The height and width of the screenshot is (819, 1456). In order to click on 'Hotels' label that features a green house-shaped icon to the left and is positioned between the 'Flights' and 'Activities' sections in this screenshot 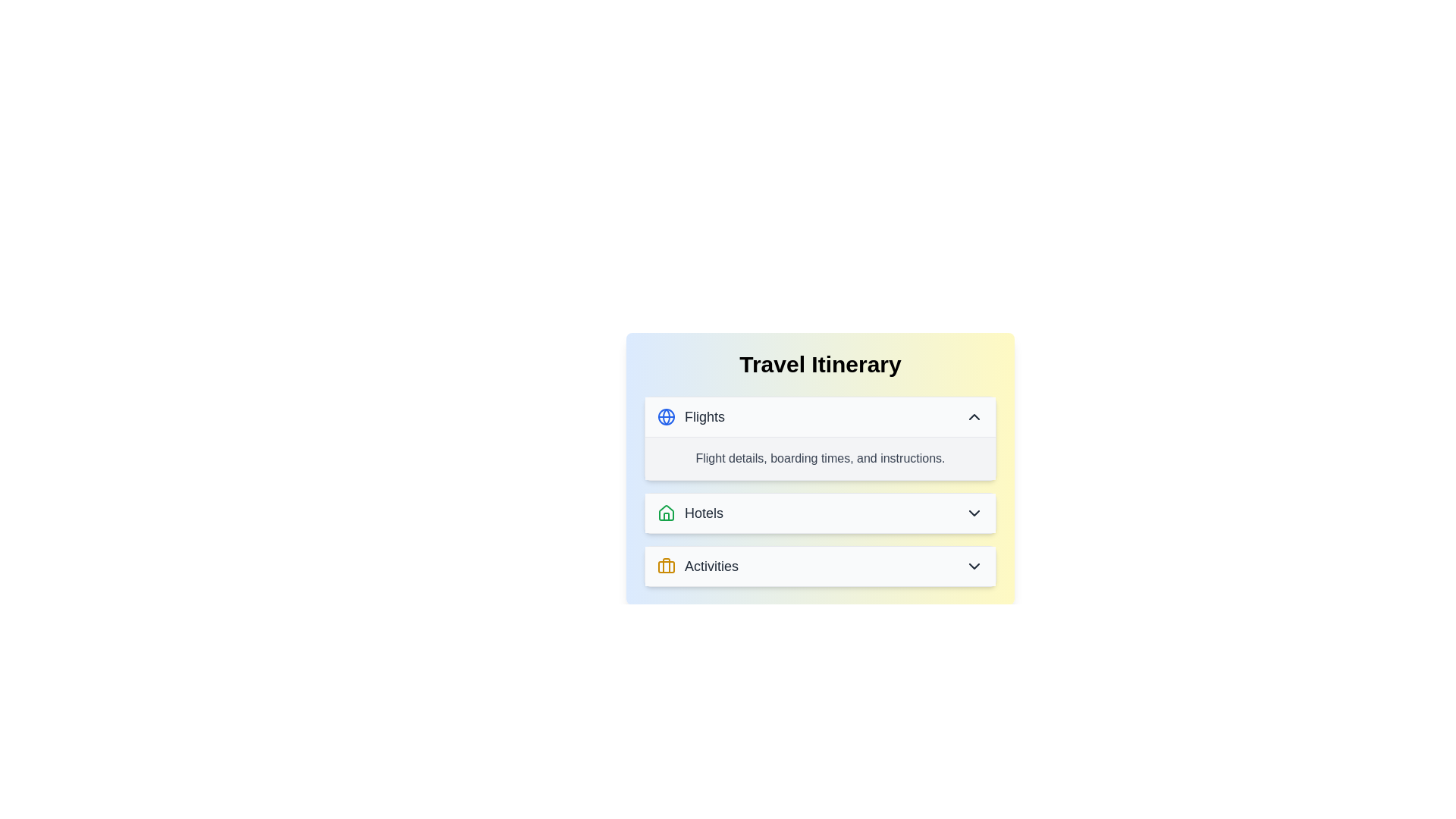, I will do `click(689, 513)`.